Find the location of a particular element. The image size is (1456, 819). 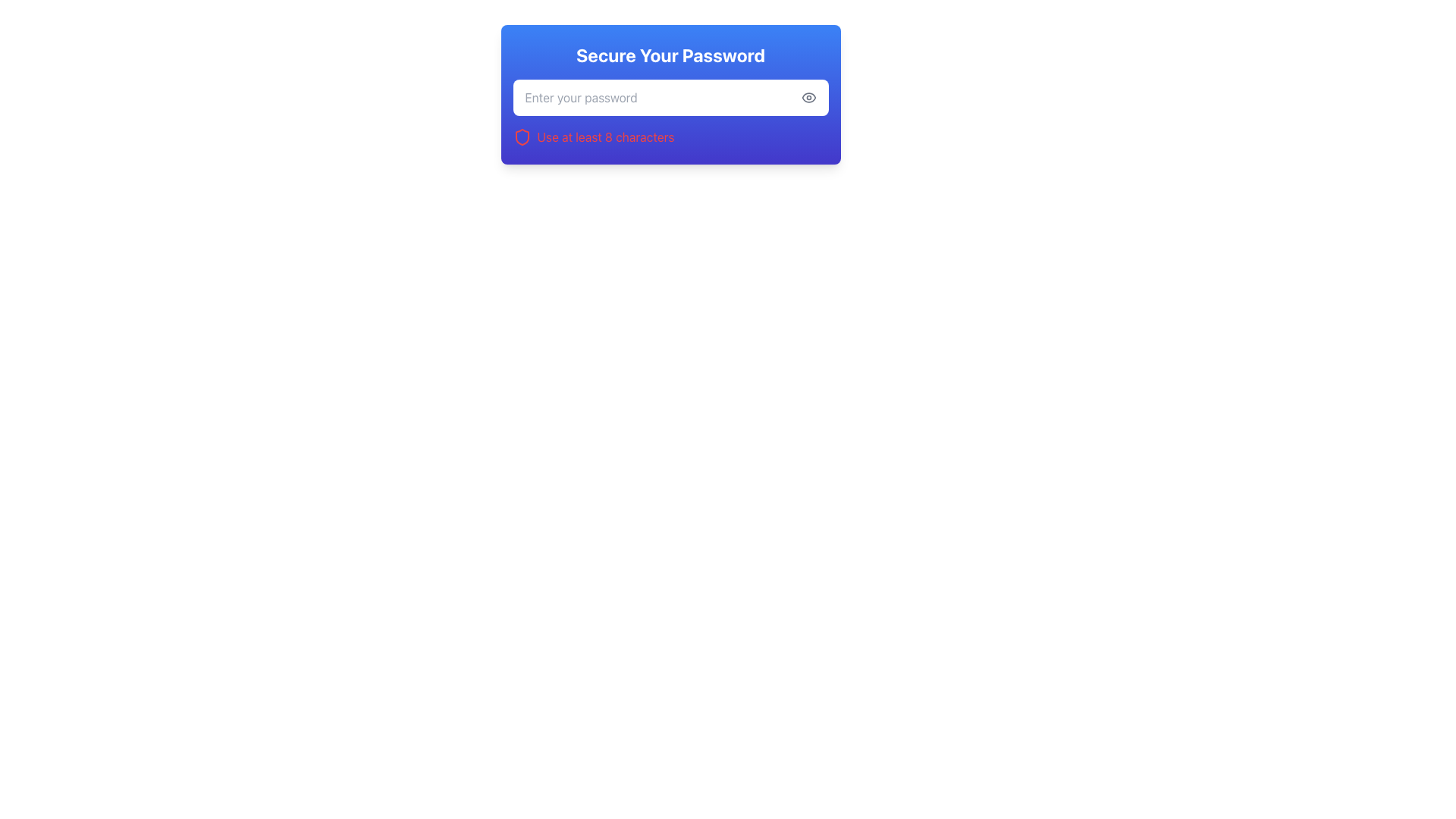

the shield icon that indicates password guidelines, located below the password input box and aligned with the text stating the password condition is located at coordinates (522, 137).